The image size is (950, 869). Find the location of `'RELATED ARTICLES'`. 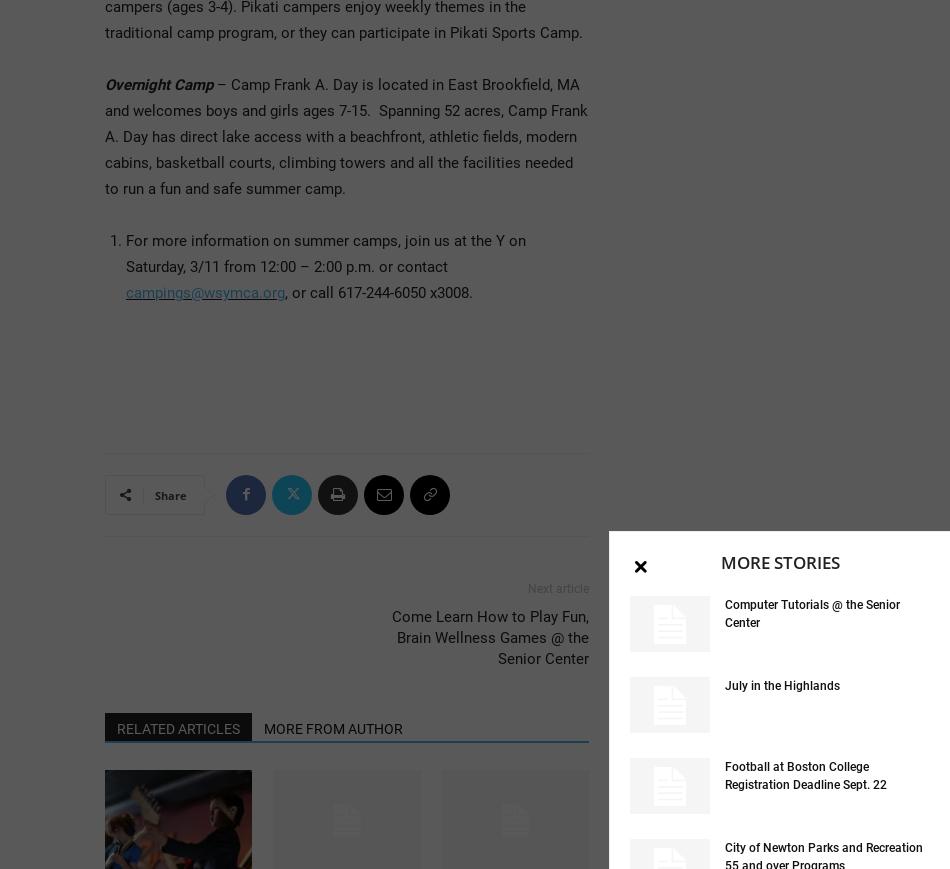

'RELATED ARTICLES' is located at coordinates (178, 727).